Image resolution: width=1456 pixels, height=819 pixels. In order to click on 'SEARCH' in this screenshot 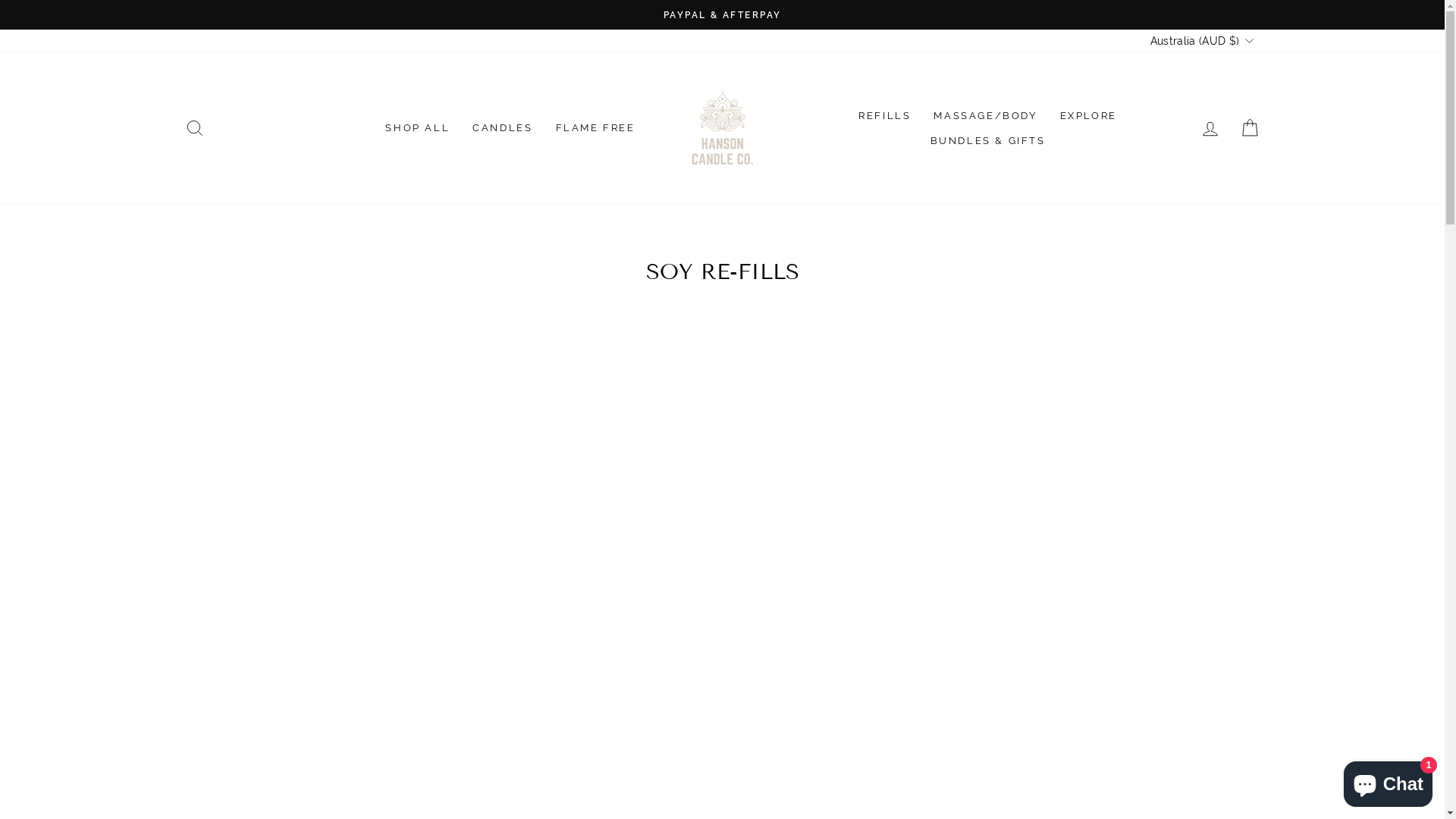, I will do `click(193, 127)`.